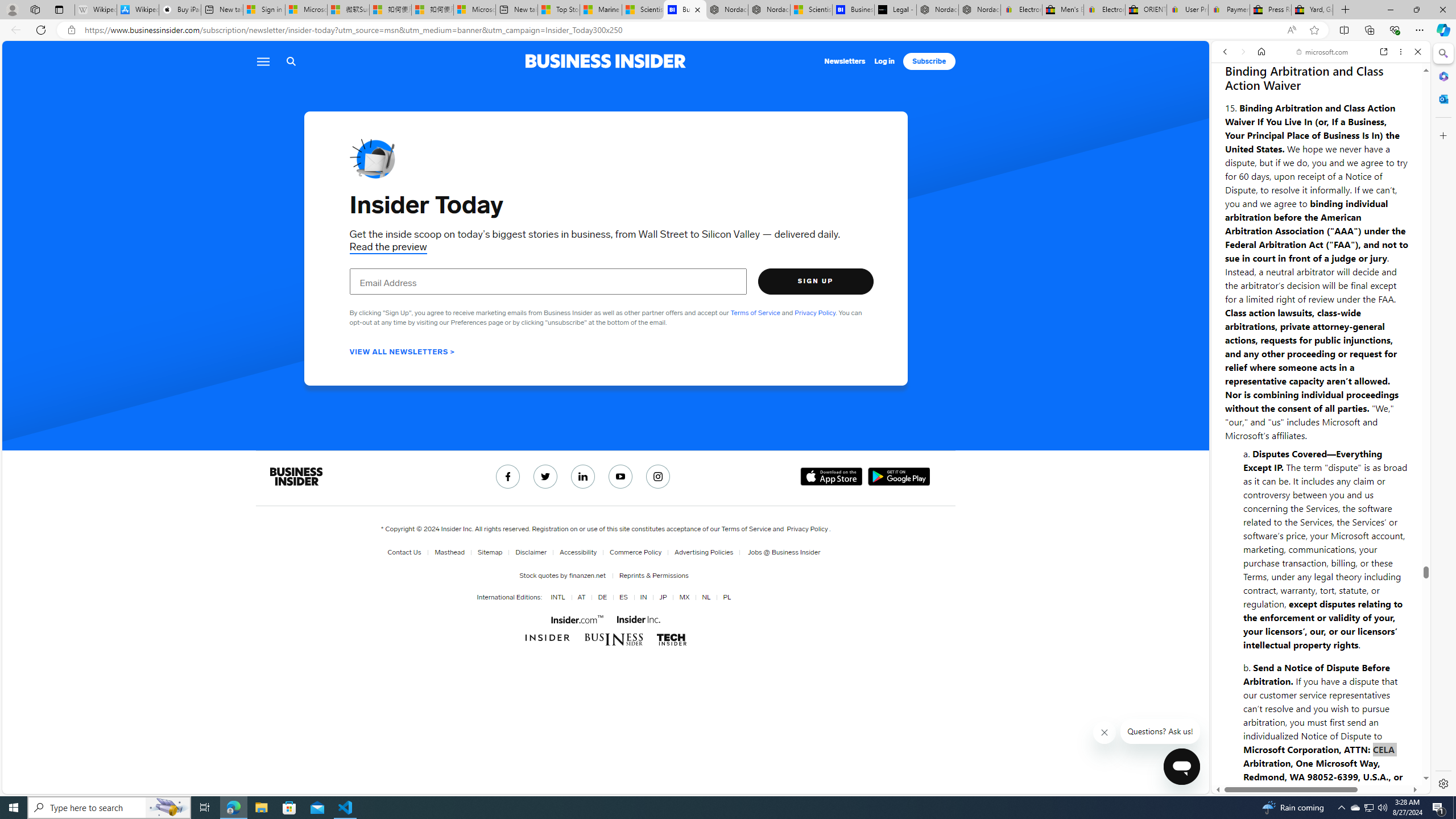 This screenshot has width=1456, height=819. What do you see at coordinates (487, 552) in the screenshot?
I see `'Sitemap'` at bounding box center [487, 552].